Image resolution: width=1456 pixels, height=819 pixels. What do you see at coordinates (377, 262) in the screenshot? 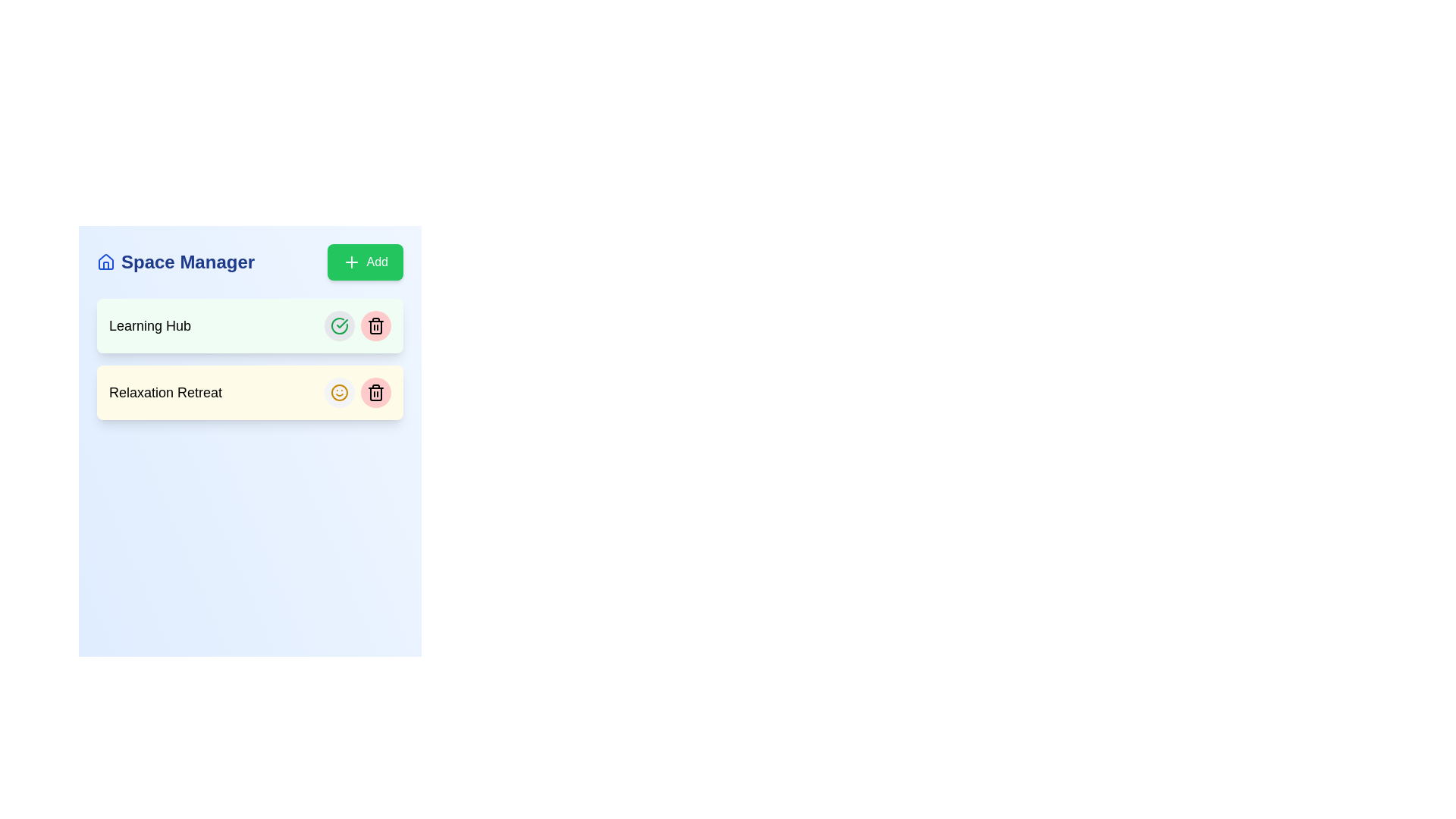
I see `the 'Add' text label located on the green button at the far right of the horizontal bar near the top of the interface` at bounding box center [377, 262].